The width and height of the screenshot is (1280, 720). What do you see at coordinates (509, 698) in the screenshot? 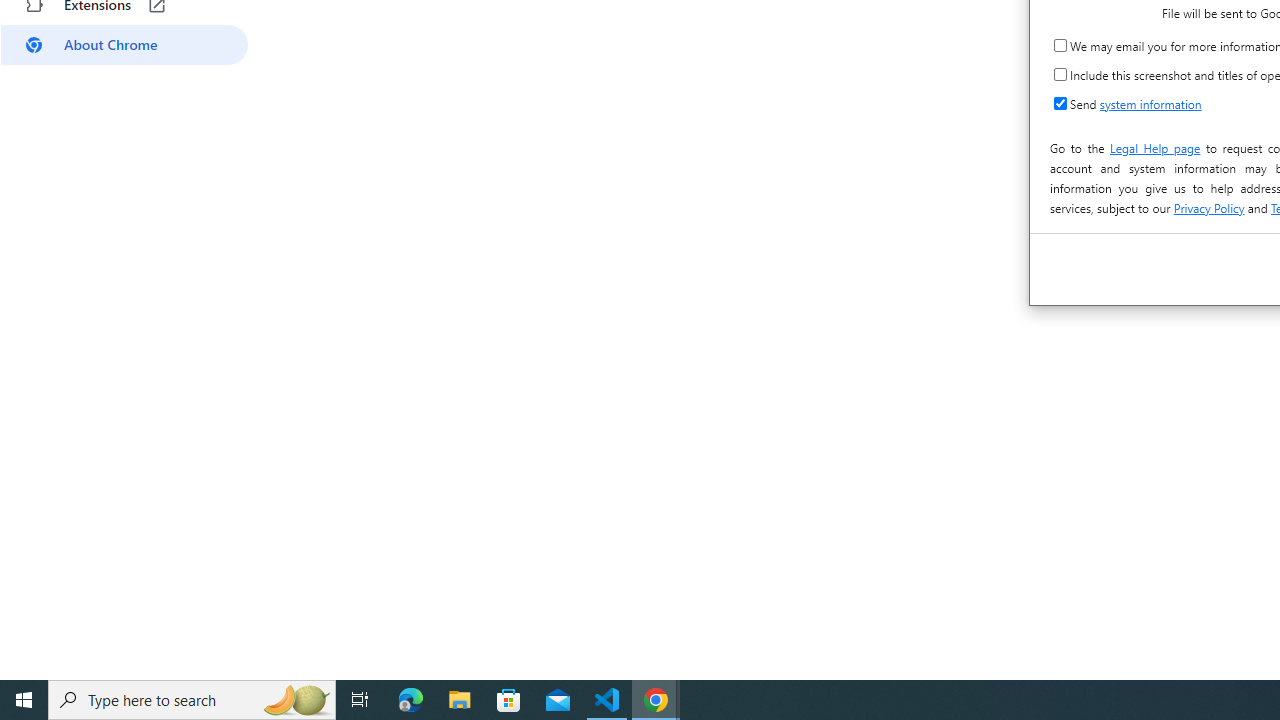
I see `'Microsoft Store'` at bounding box center [509, 698].